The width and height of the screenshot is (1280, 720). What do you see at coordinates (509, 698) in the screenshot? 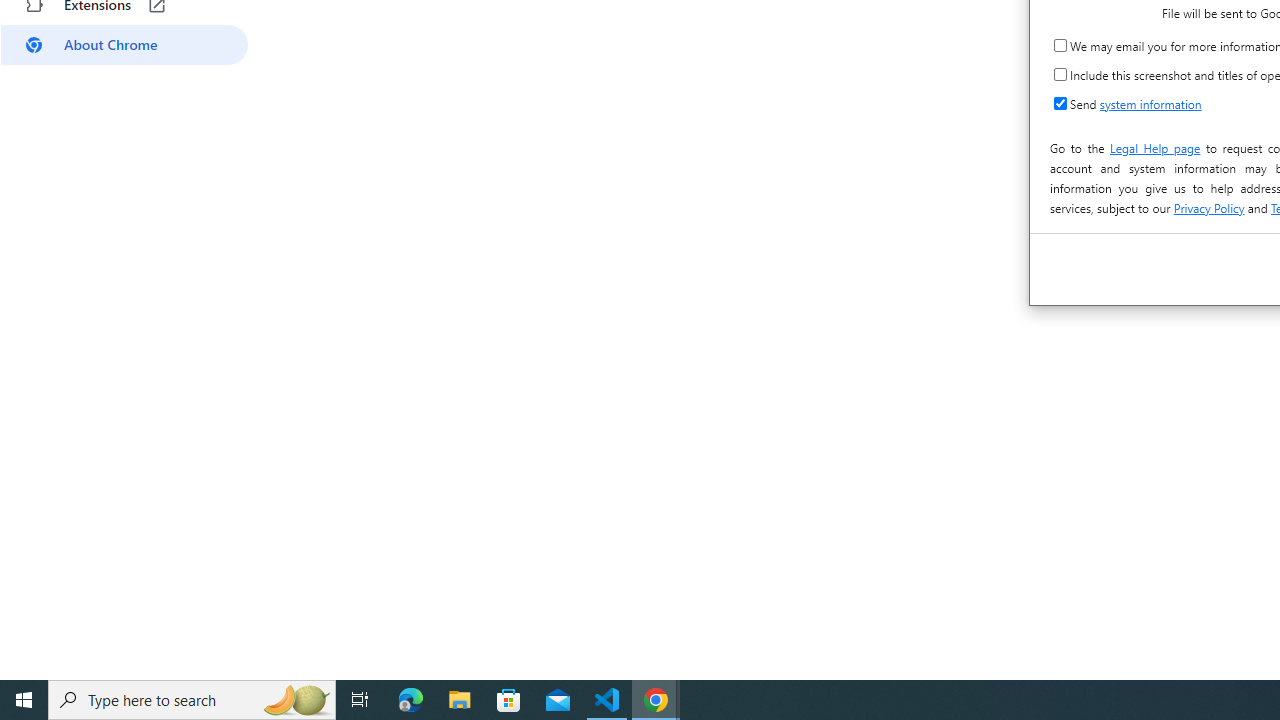
I see `'Microsoft Store'` at bounding box center [509, 698].